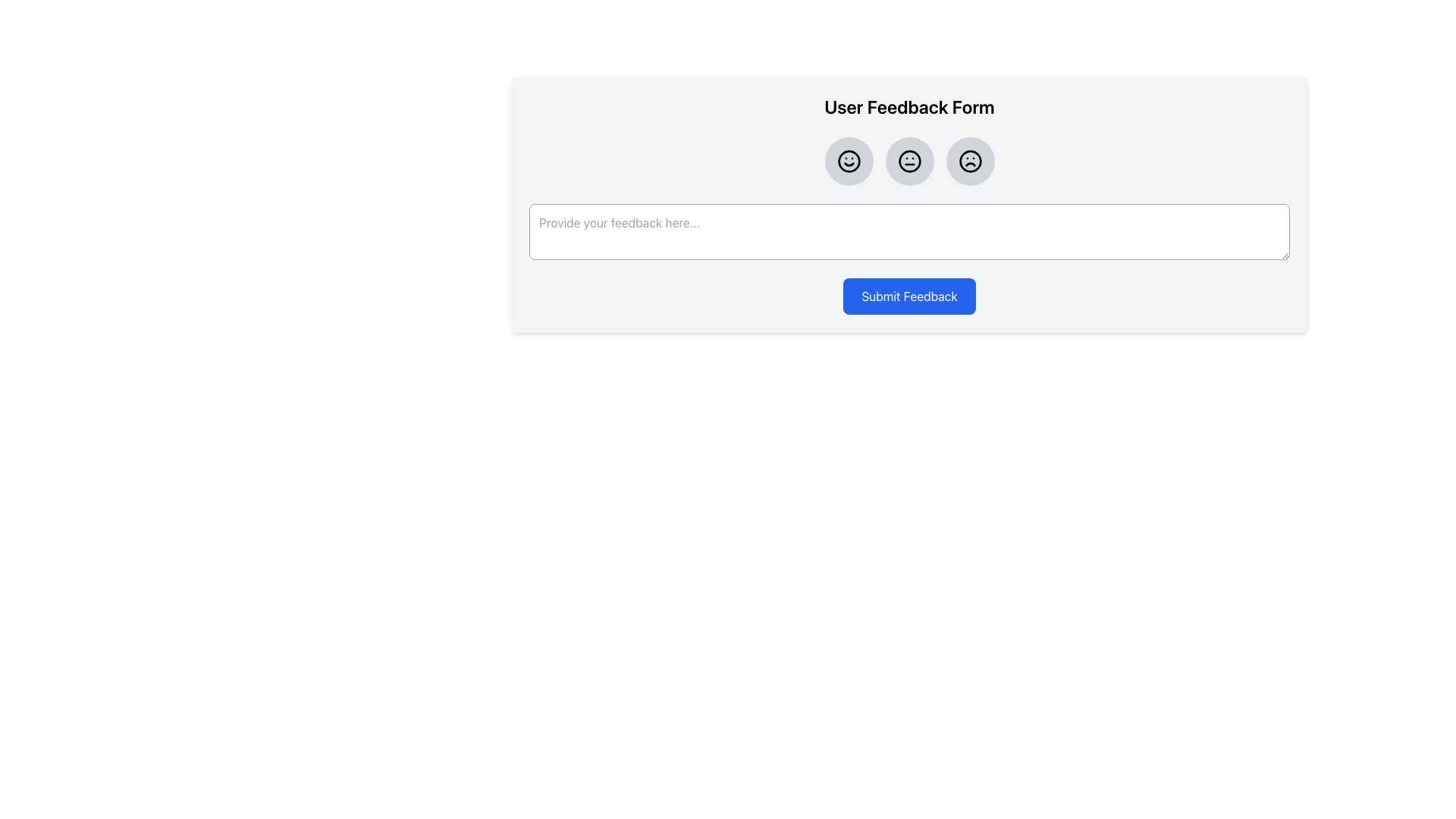 The width and height of the screenshot is (1456, 819). What do you see at coordinates (909, 296) in the screenshot?
I see `the blue 'Submit Feedback' button with white text located at the bottom center of the 'User Feedback Form' panel` at bounding box center [909, 296].